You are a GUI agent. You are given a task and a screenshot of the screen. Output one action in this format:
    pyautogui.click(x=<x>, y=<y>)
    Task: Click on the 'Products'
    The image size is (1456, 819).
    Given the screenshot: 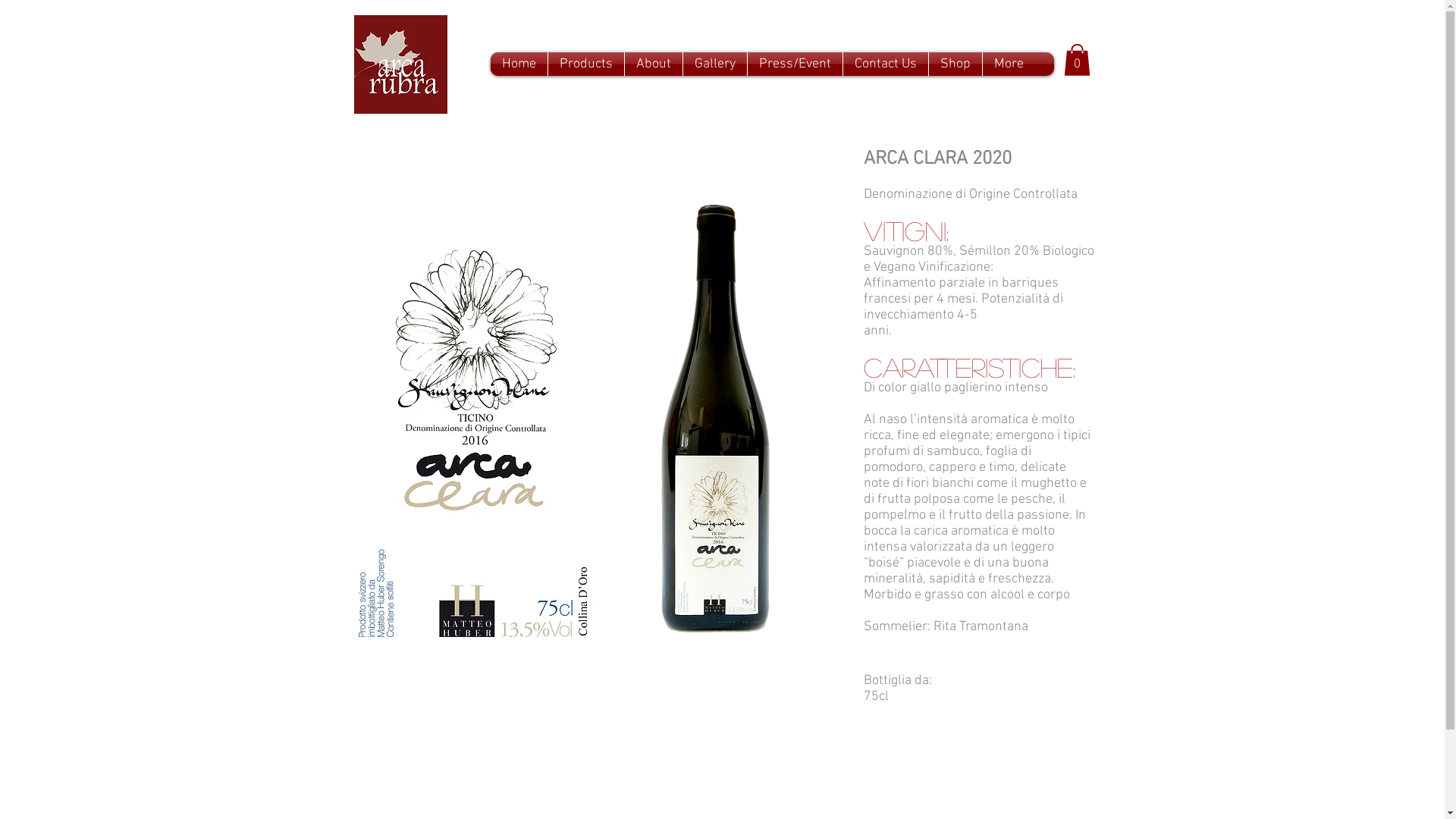 What is the action you would take?
    pyautogui.click(x=585, y=63)
    